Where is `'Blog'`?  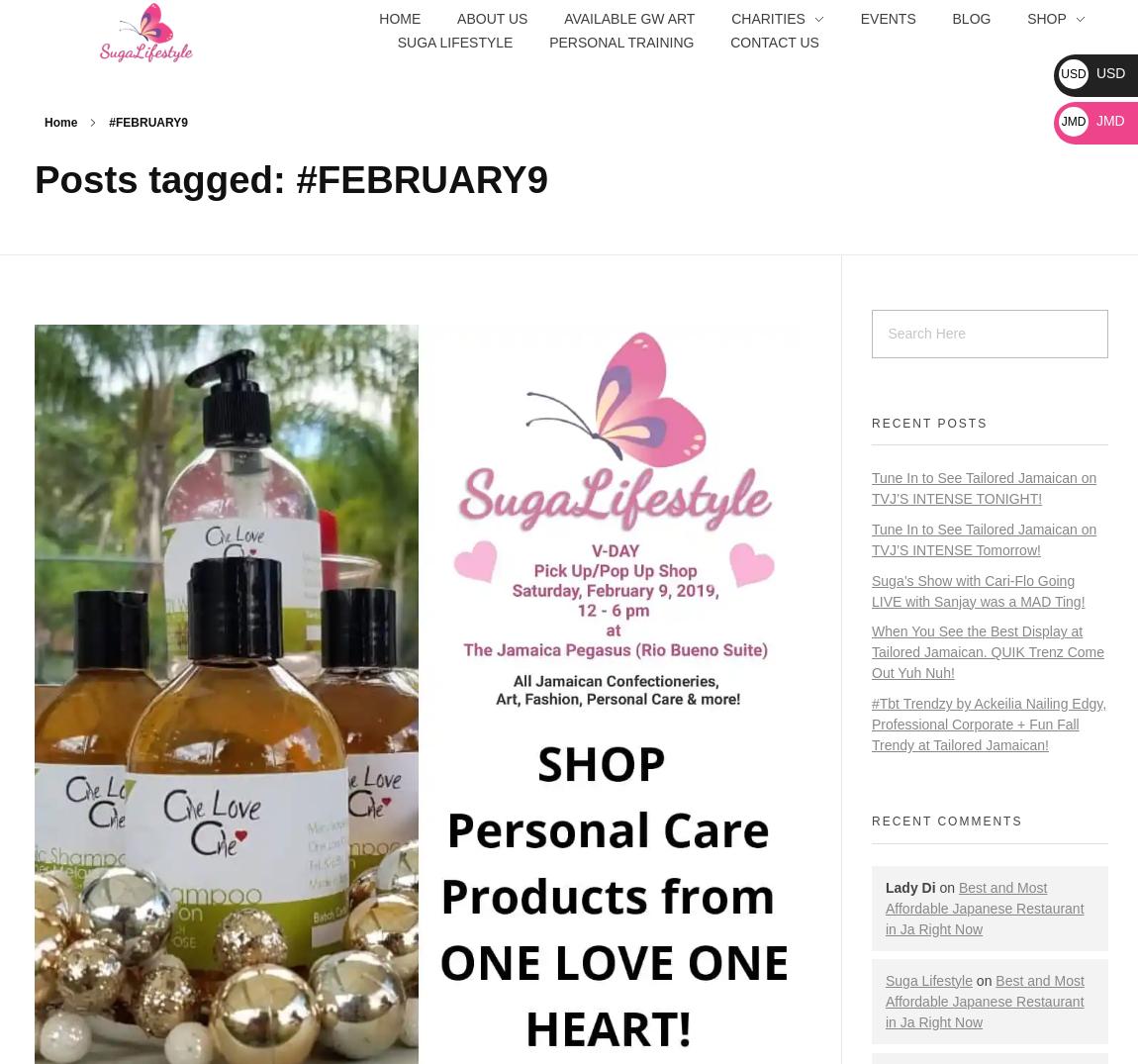 'Blog' is located at coordinates (971, 16).